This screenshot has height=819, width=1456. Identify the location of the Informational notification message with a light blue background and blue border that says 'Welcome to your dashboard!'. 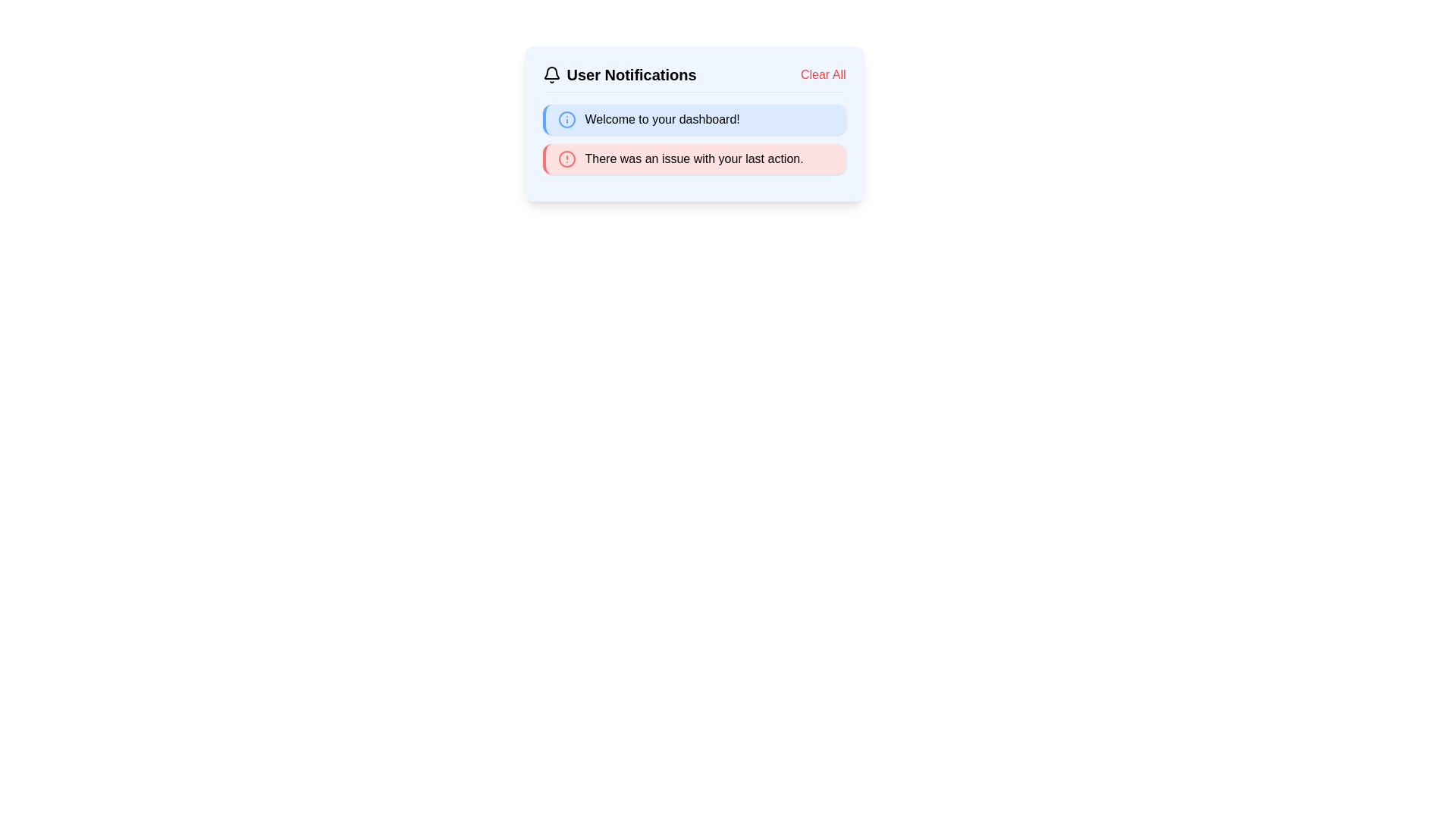
(693, 140).